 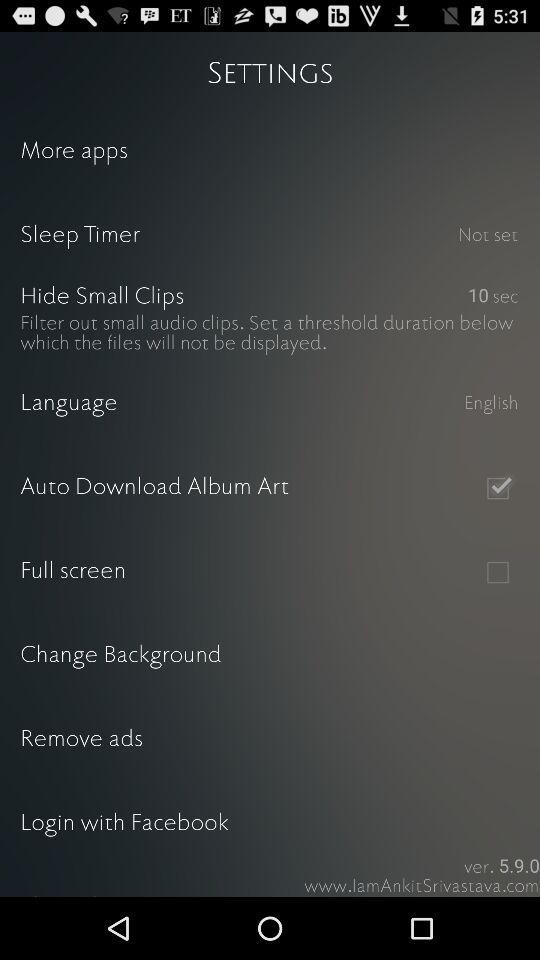 I want to click on the remove ads item, so click(x=270, y=739).